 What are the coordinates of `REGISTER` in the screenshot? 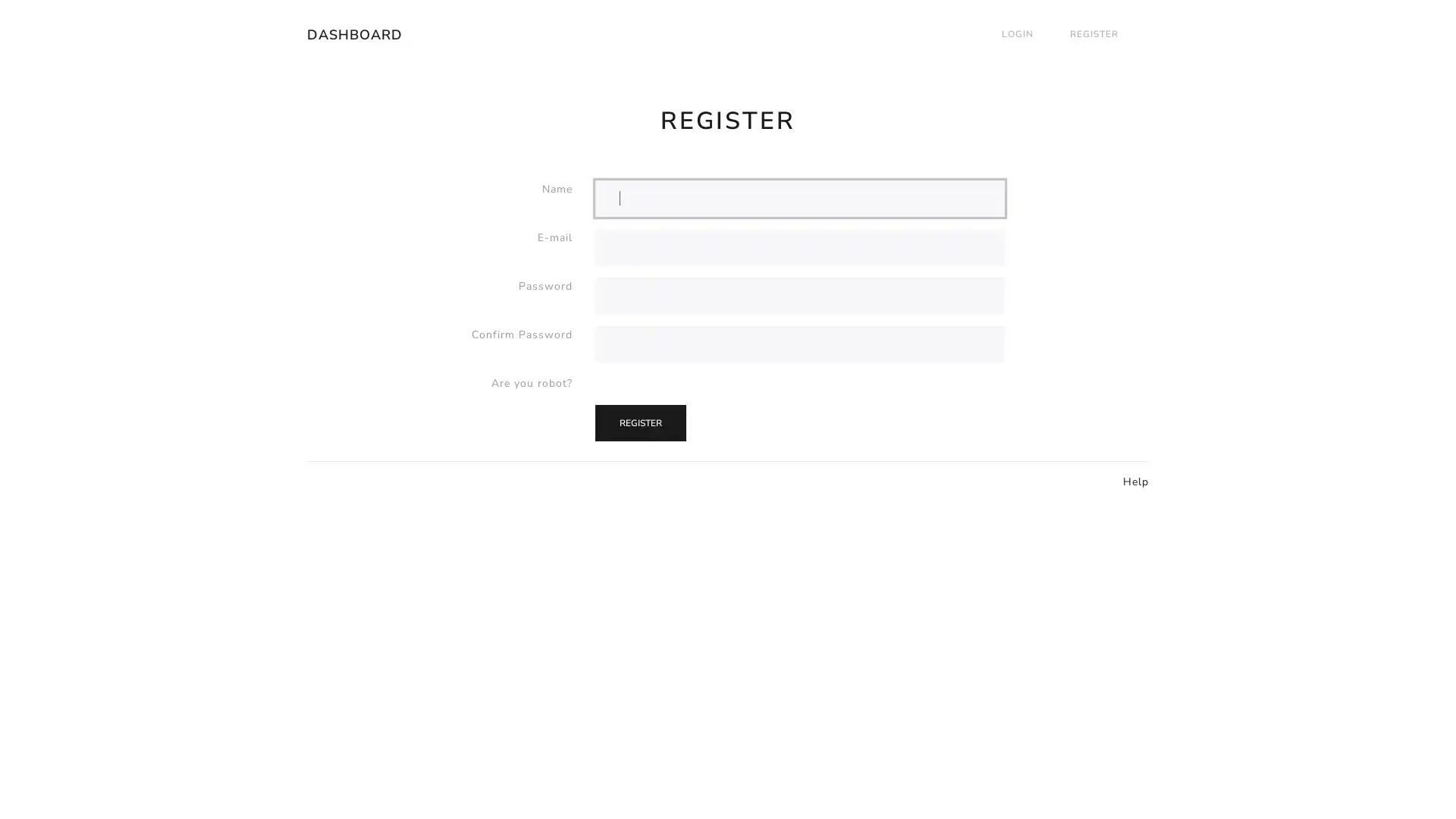 It's located at (640, 422).